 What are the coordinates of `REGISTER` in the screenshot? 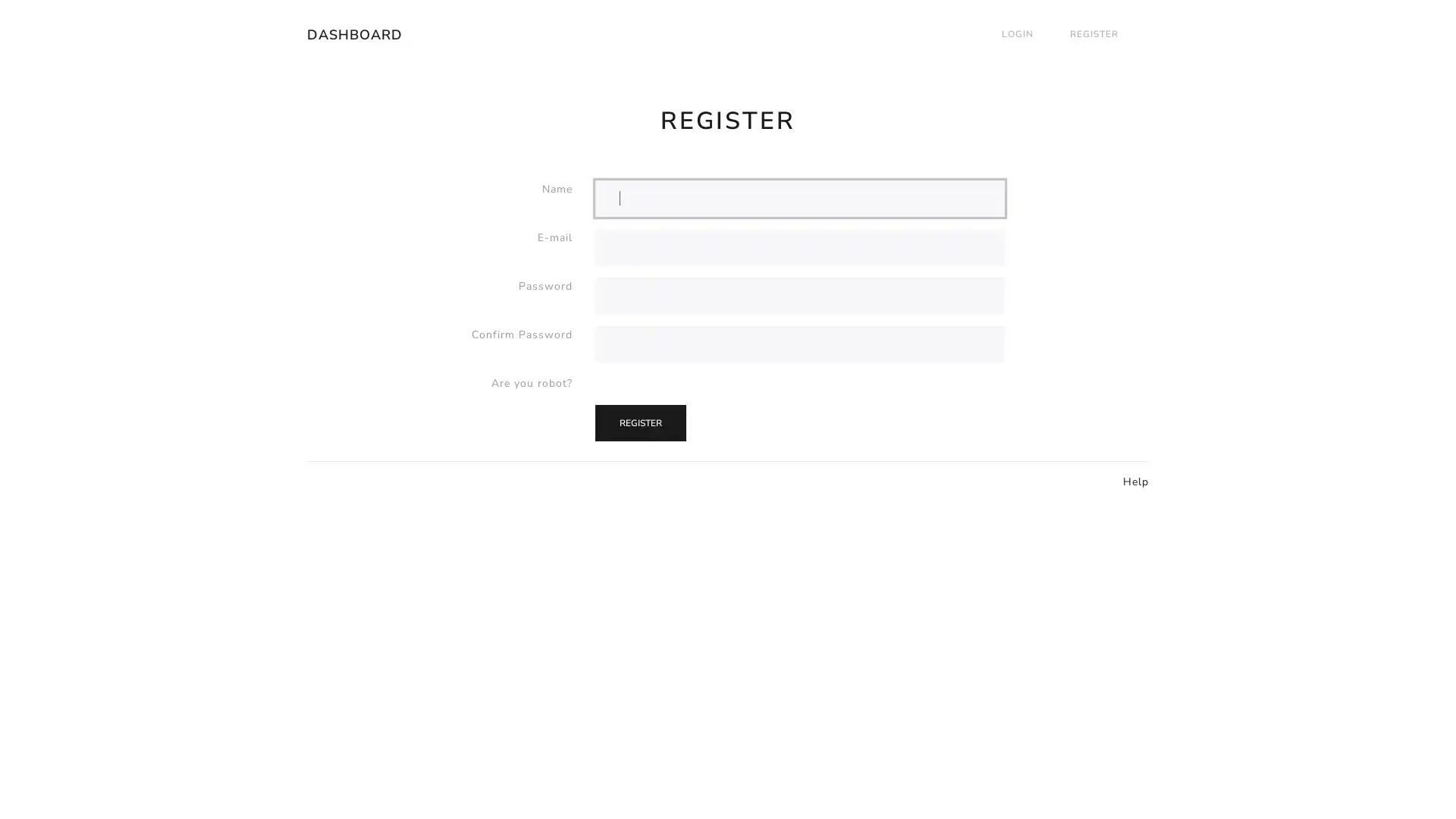 It's located at (640, 422).